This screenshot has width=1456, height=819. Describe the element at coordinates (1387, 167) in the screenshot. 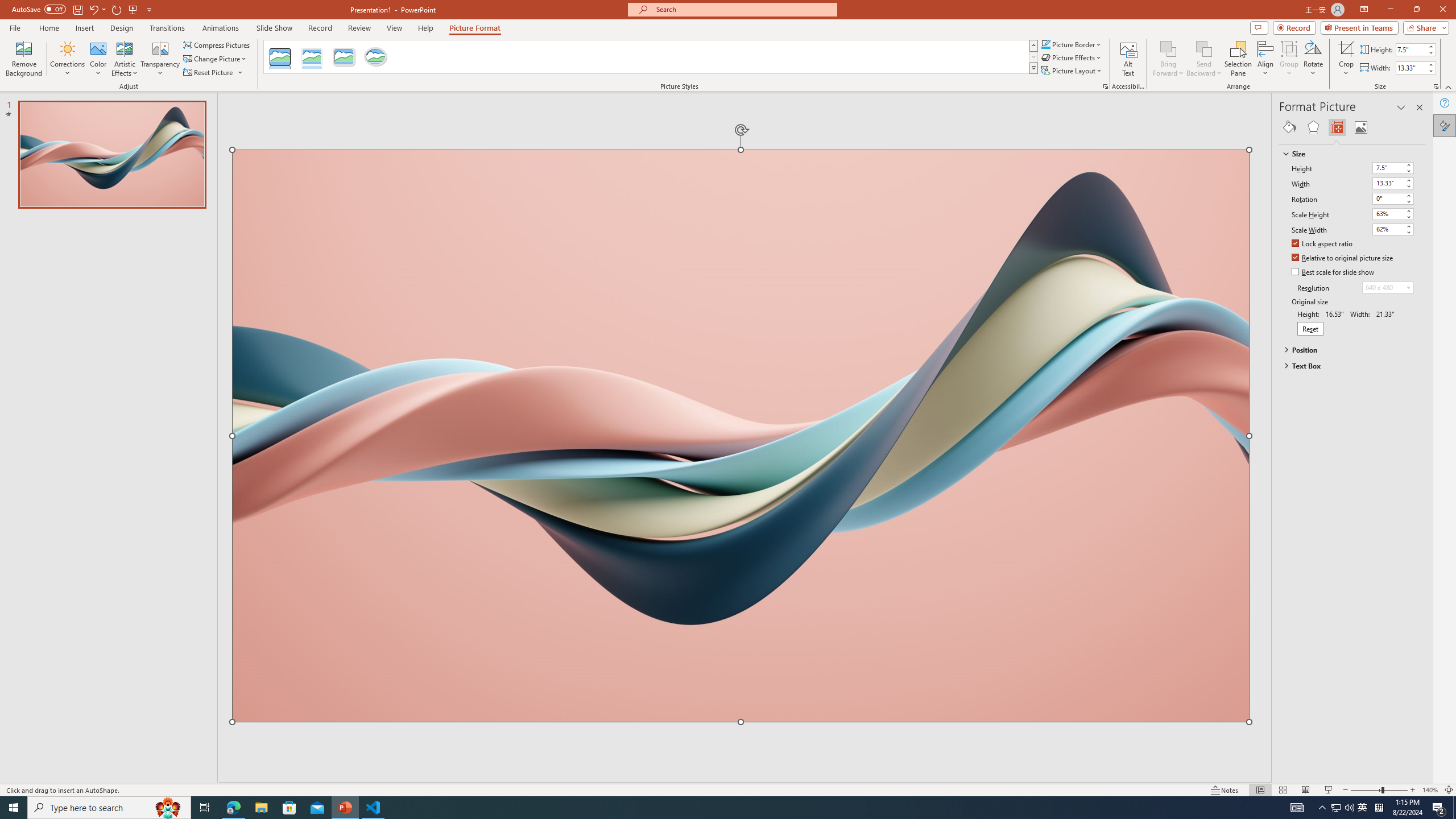

I see `'Height'` at that location.